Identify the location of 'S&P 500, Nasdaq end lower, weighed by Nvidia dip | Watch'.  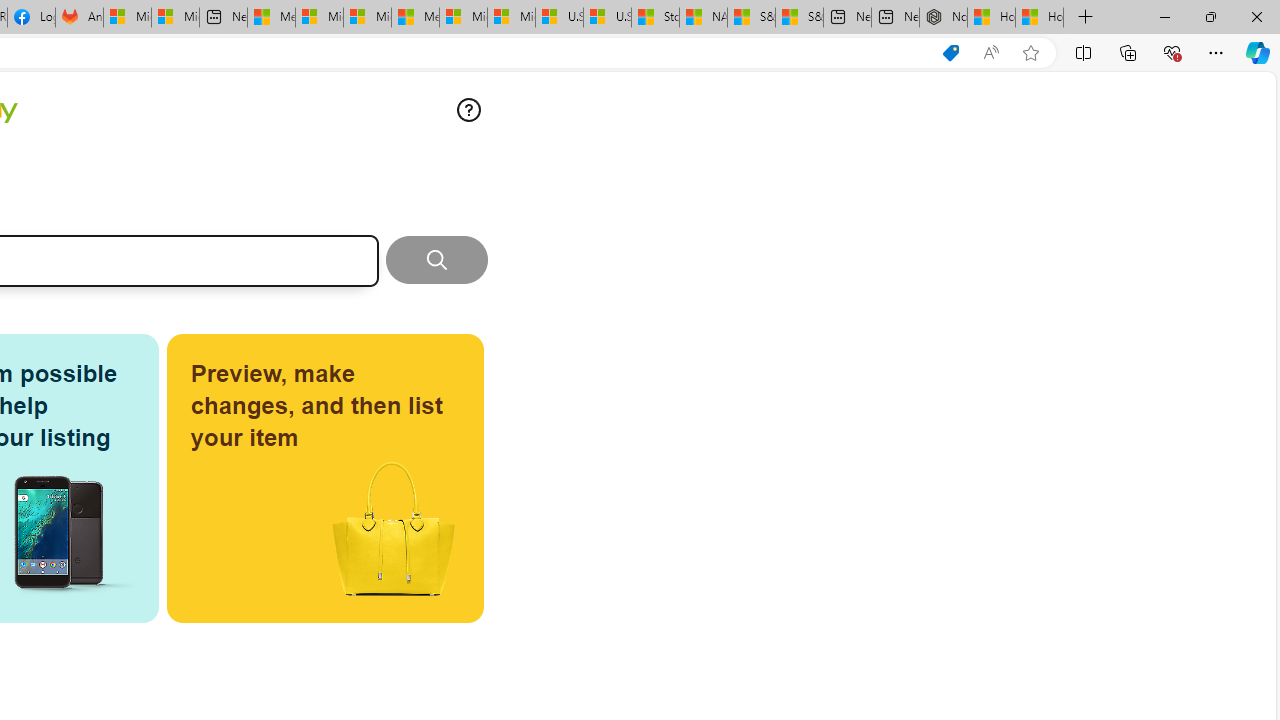
(798, 17).